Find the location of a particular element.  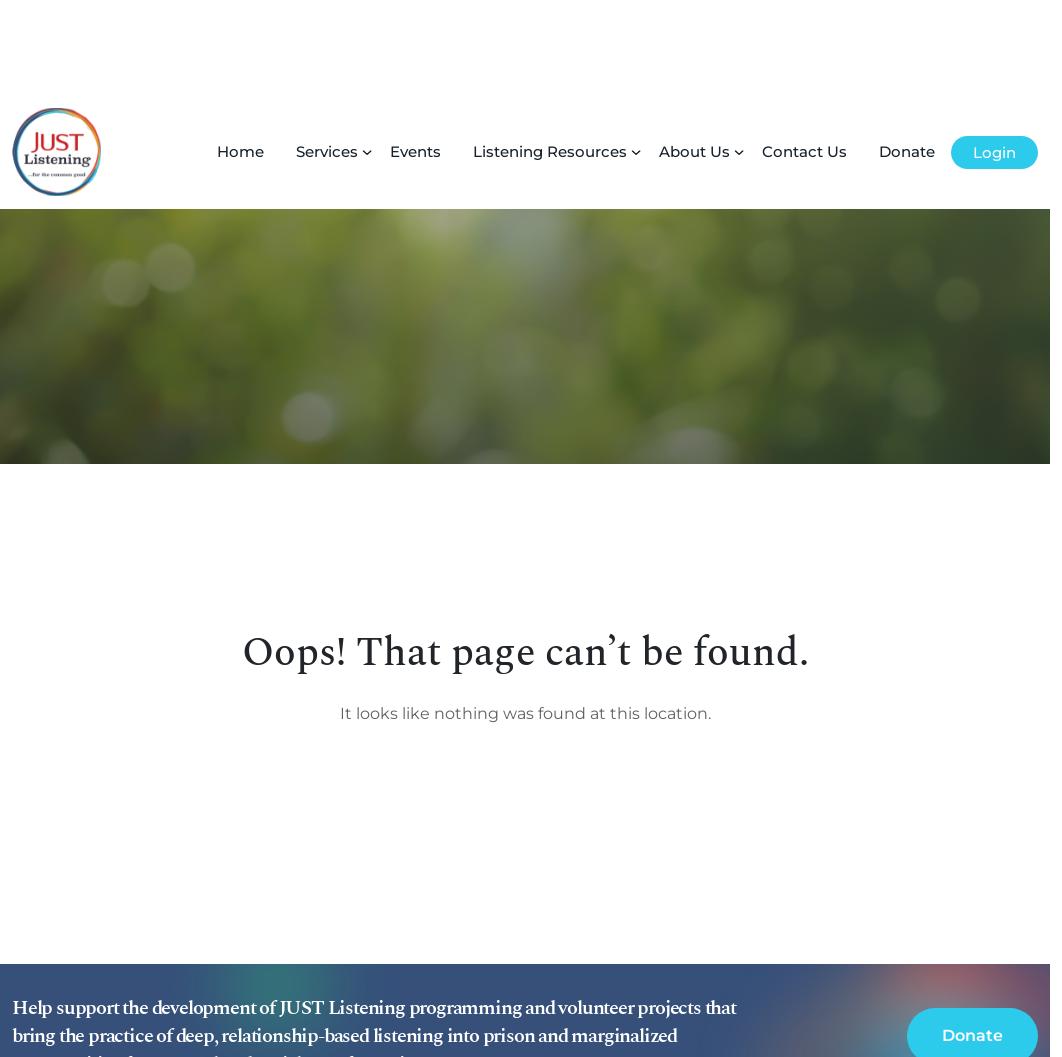

'About Us' is located at coordinates (694, 56).